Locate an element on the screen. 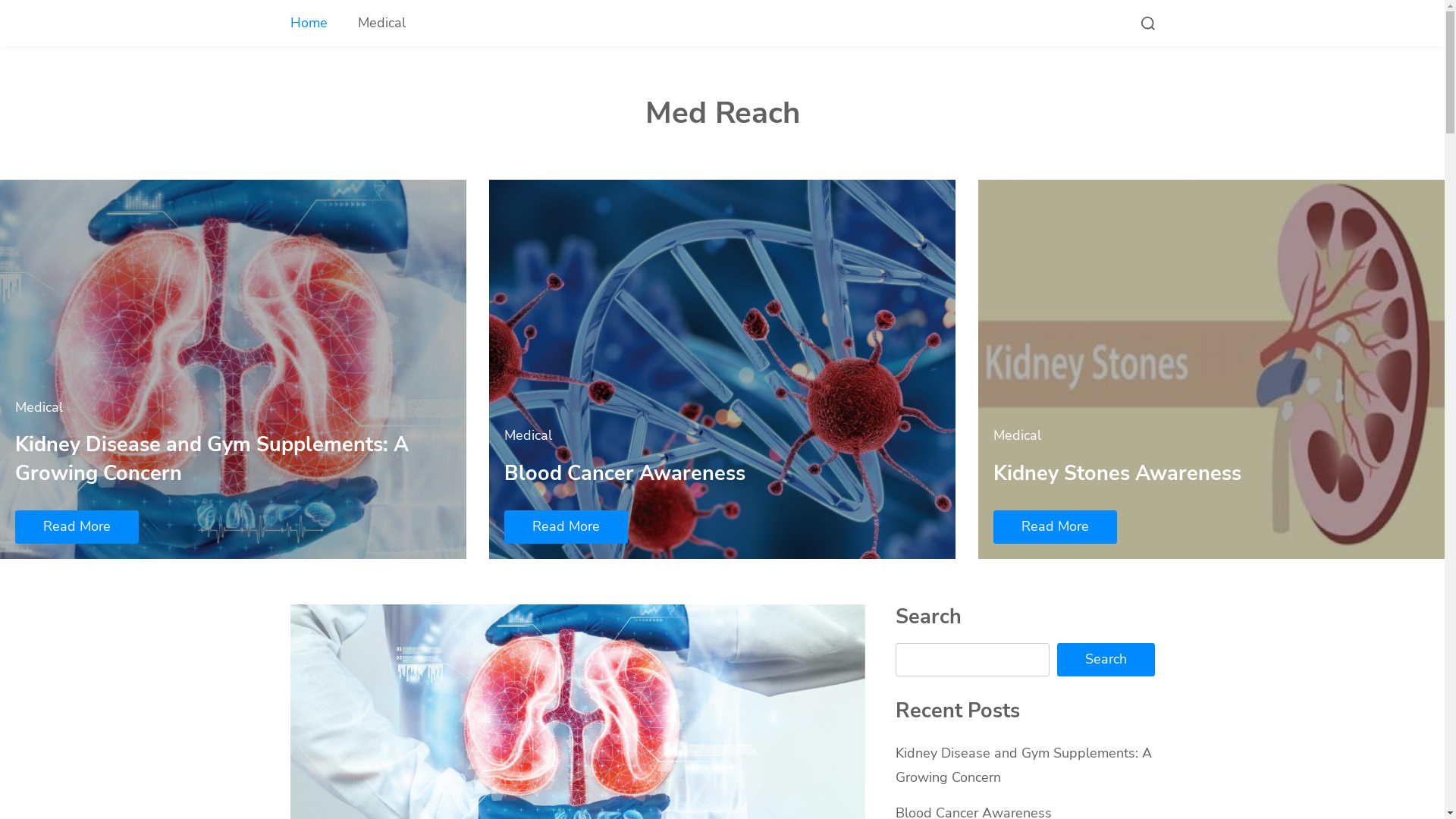  'Med Reach' is located at coordinates (720, 112).